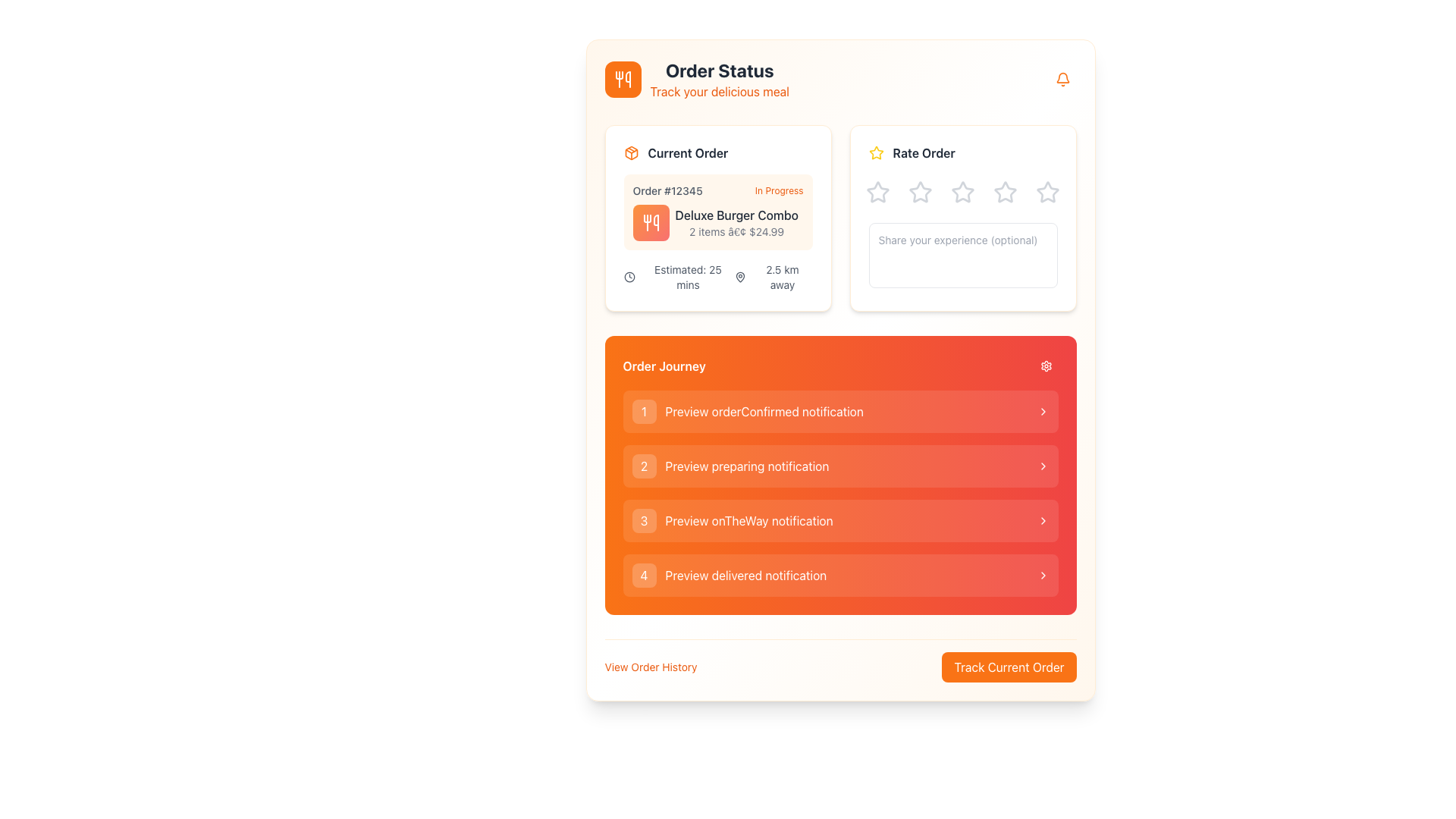 The image size is (1456, 819). Describe the element at coordinates (877, 192) in the screenshot. I see `the first unselected Rating Star icon, which is a light gray star in the 'Rate Order' section` at that location.